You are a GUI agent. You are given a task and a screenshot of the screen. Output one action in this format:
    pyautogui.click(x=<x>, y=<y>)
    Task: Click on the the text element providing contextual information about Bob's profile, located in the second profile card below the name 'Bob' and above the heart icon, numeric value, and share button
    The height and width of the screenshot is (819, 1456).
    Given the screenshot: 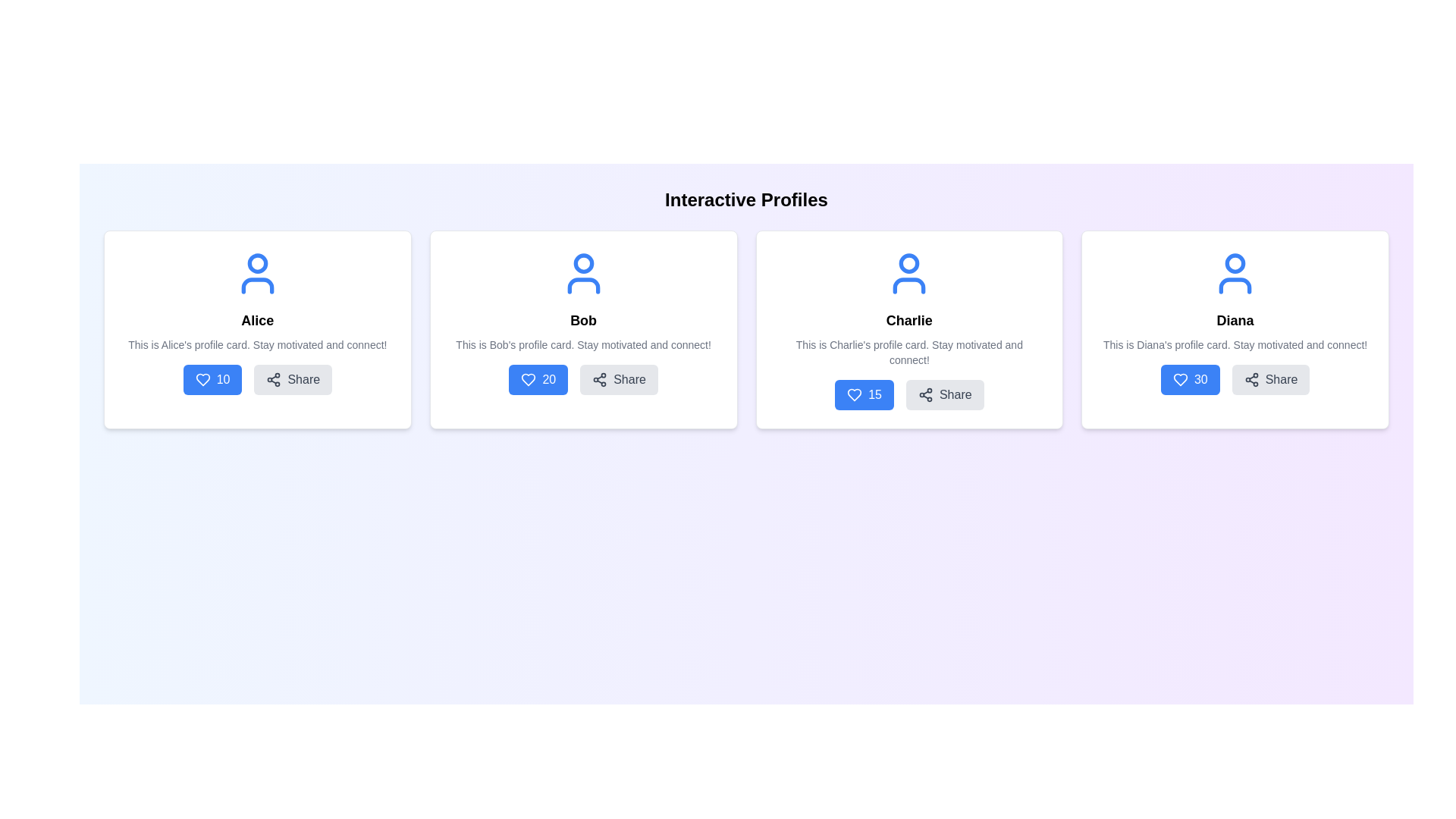 What is the action you would take?
    pyautogui.click(x=582, y=345)
    